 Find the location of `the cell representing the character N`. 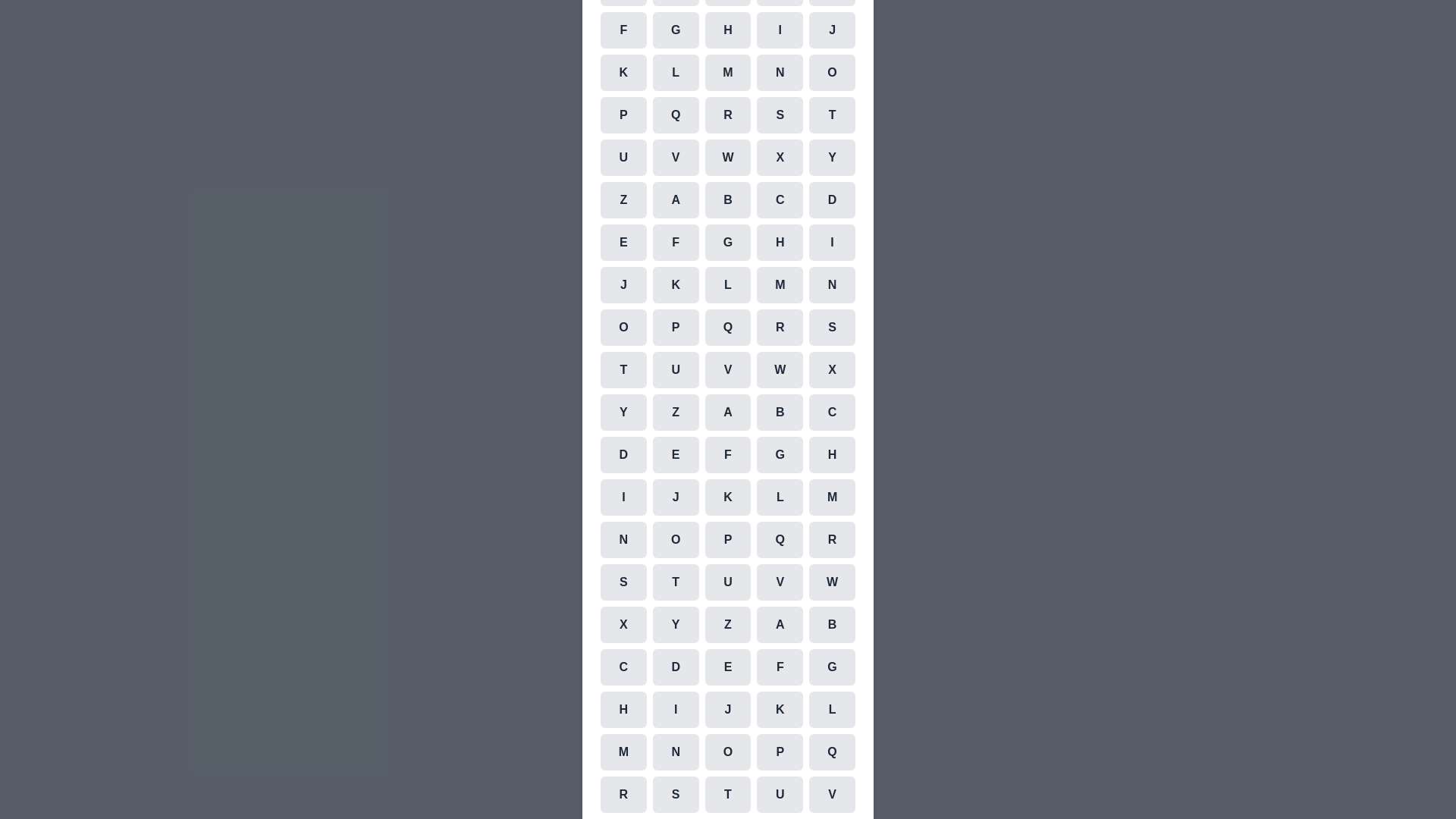

the cell representing the character N is located at coordinates (780, 73).